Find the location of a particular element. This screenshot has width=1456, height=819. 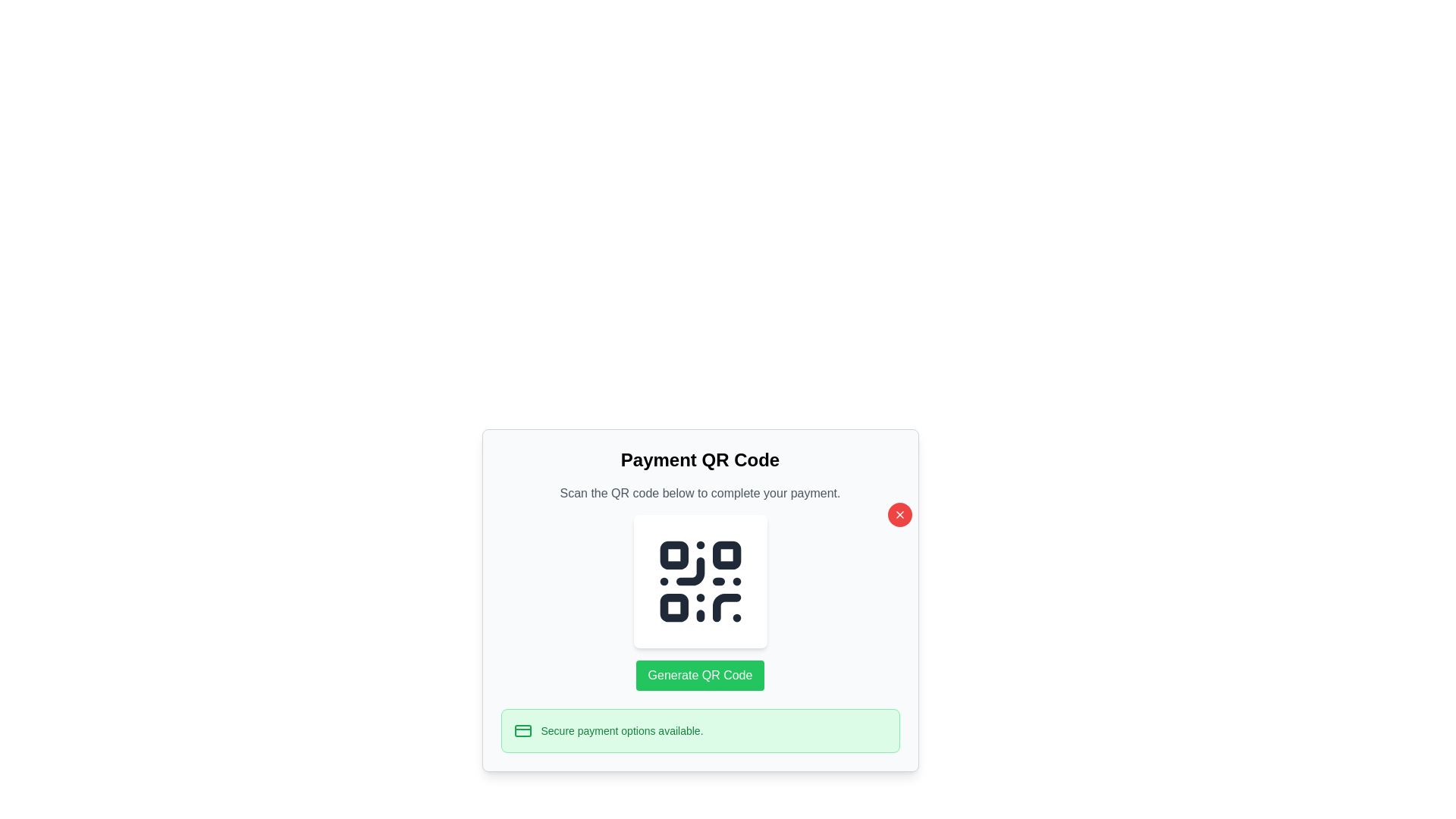

the green rectangular button labeled 'Generate QR Code' to generate a QR code is located at coordinates (699, 675).